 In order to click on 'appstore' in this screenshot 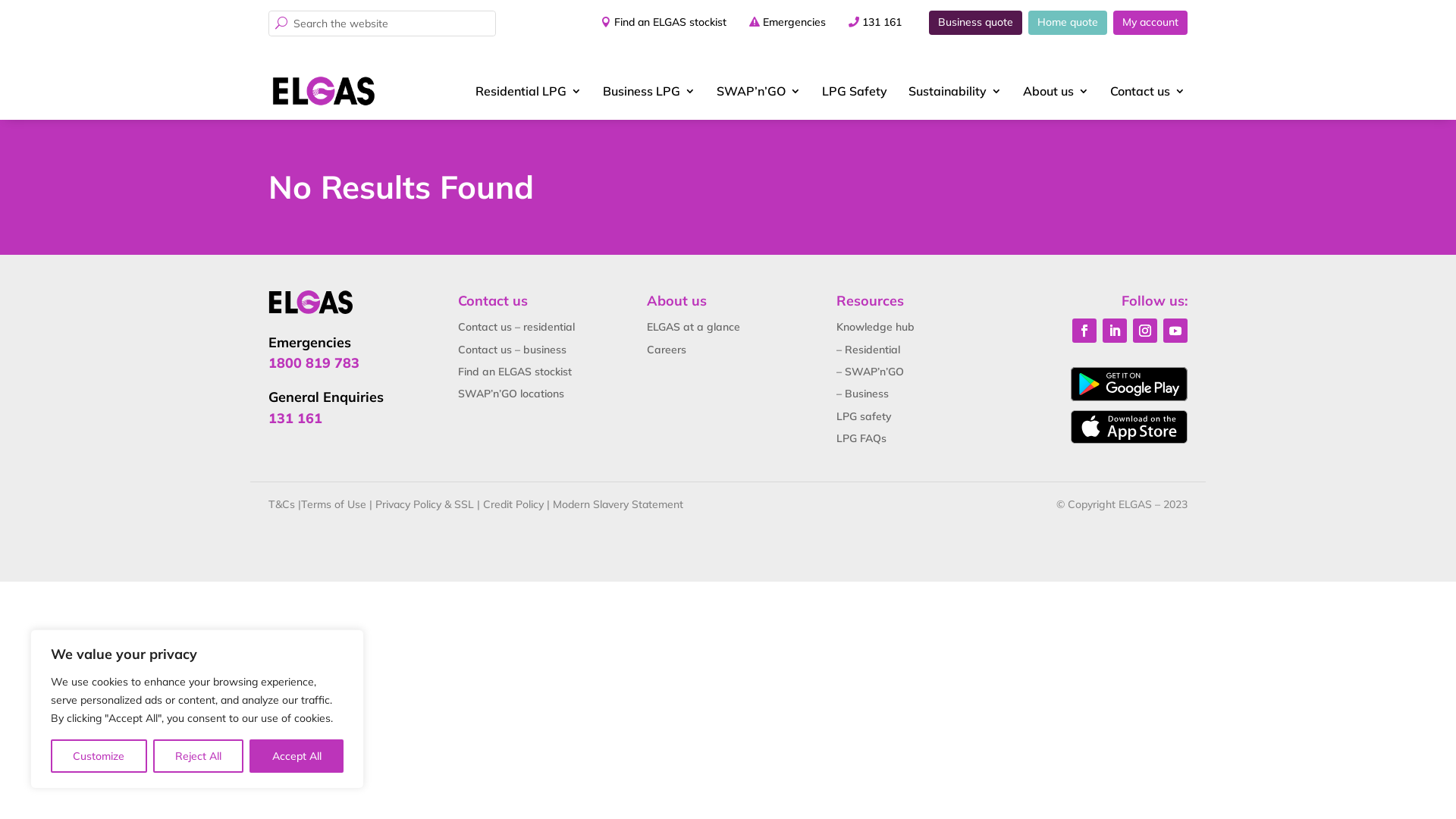, I will do `click(1069, 427)`.